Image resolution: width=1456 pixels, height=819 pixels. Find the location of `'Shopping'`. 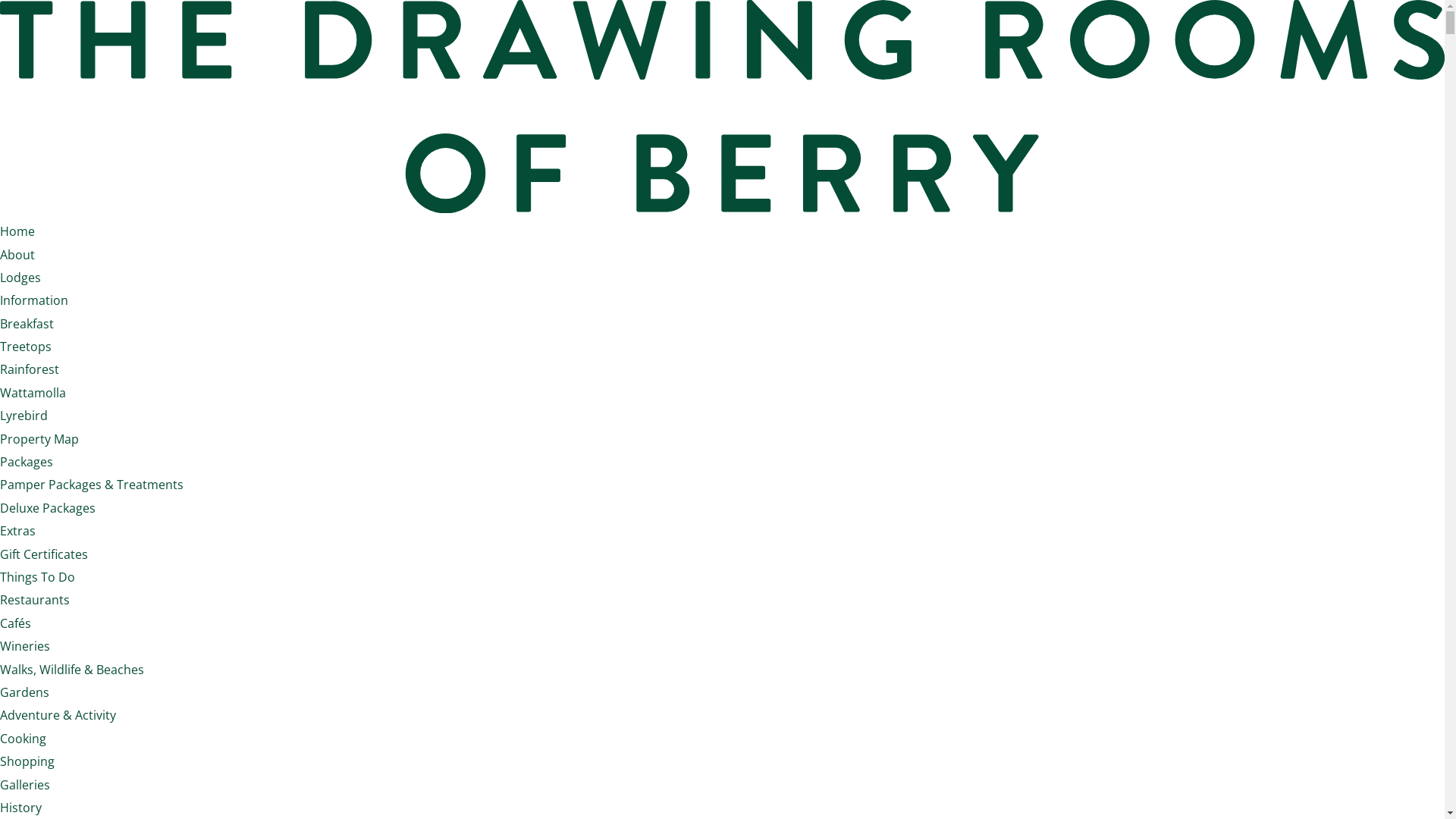

'Shopping' is located at coordinates (27, 761).